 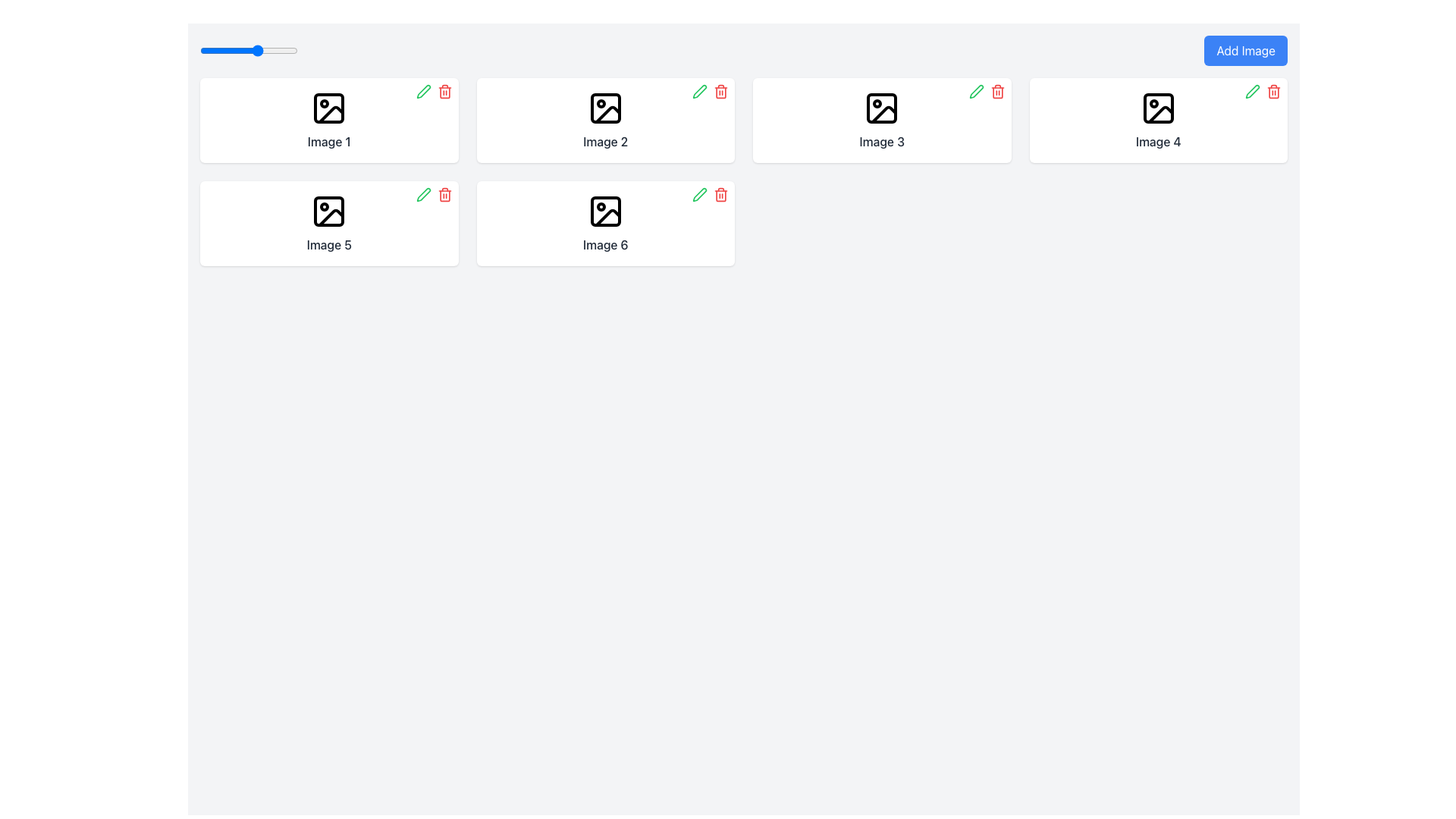 I want to click on the slider, so click(x=278, y=49).